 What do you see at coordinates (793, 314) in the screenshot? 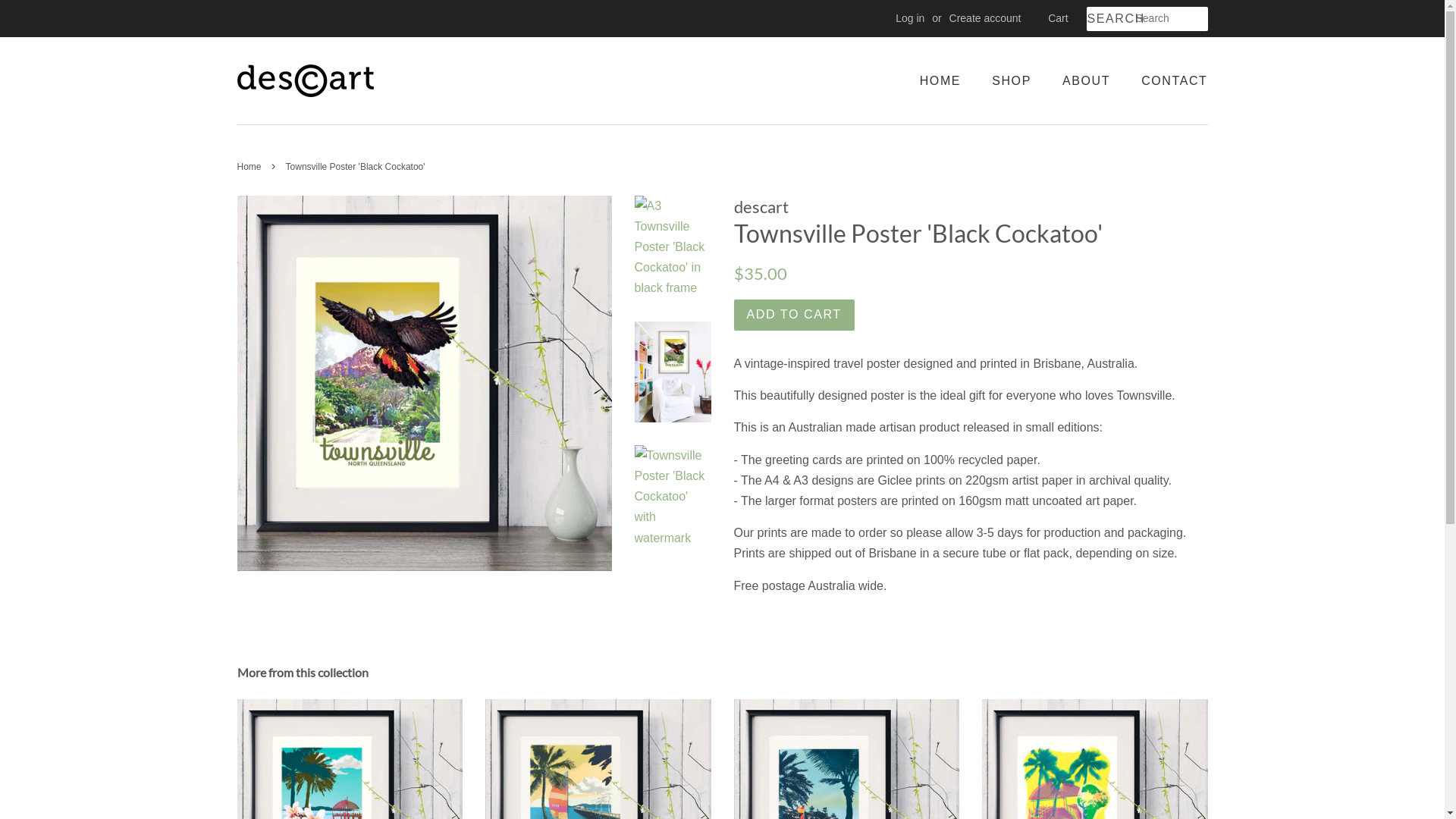
I see `'ADD TO CART'` at bounding box center [793, 314].